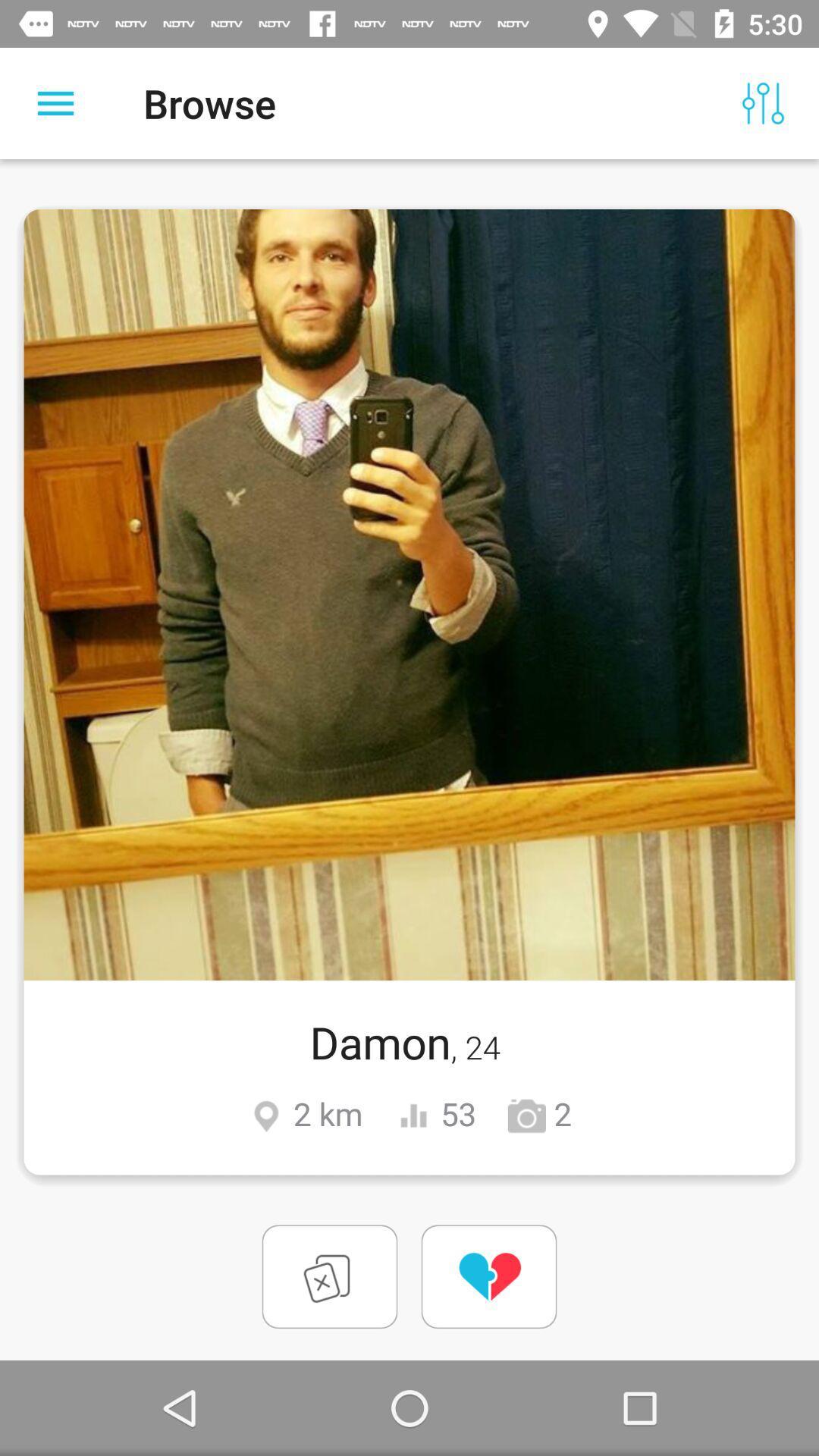 The width and height of the screenshot is (819, 1456). I want to click on see menu, so click(55, 102).